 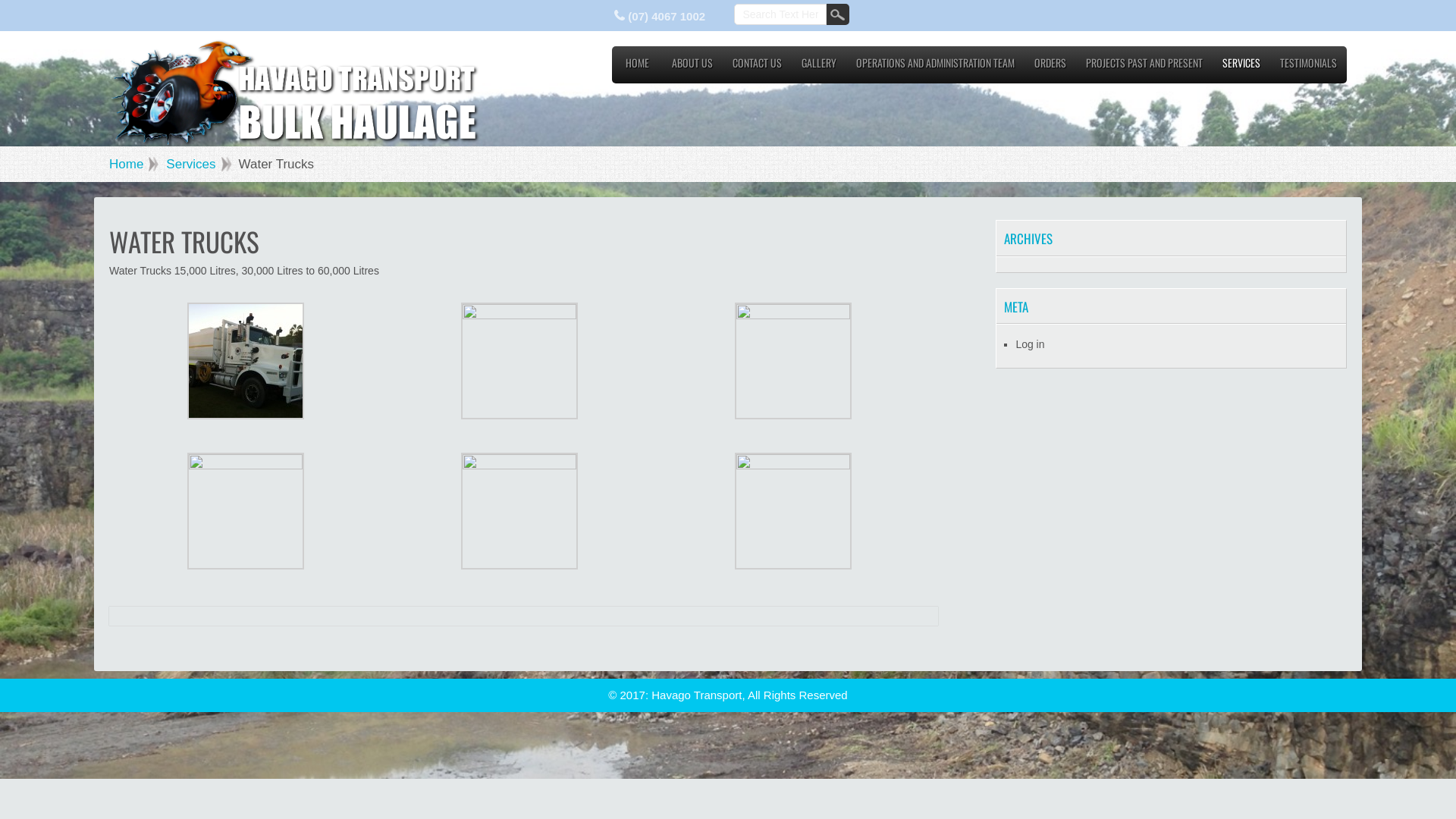 I want to click on 'TESTIMONIALS', so click(x=1307, y=66).